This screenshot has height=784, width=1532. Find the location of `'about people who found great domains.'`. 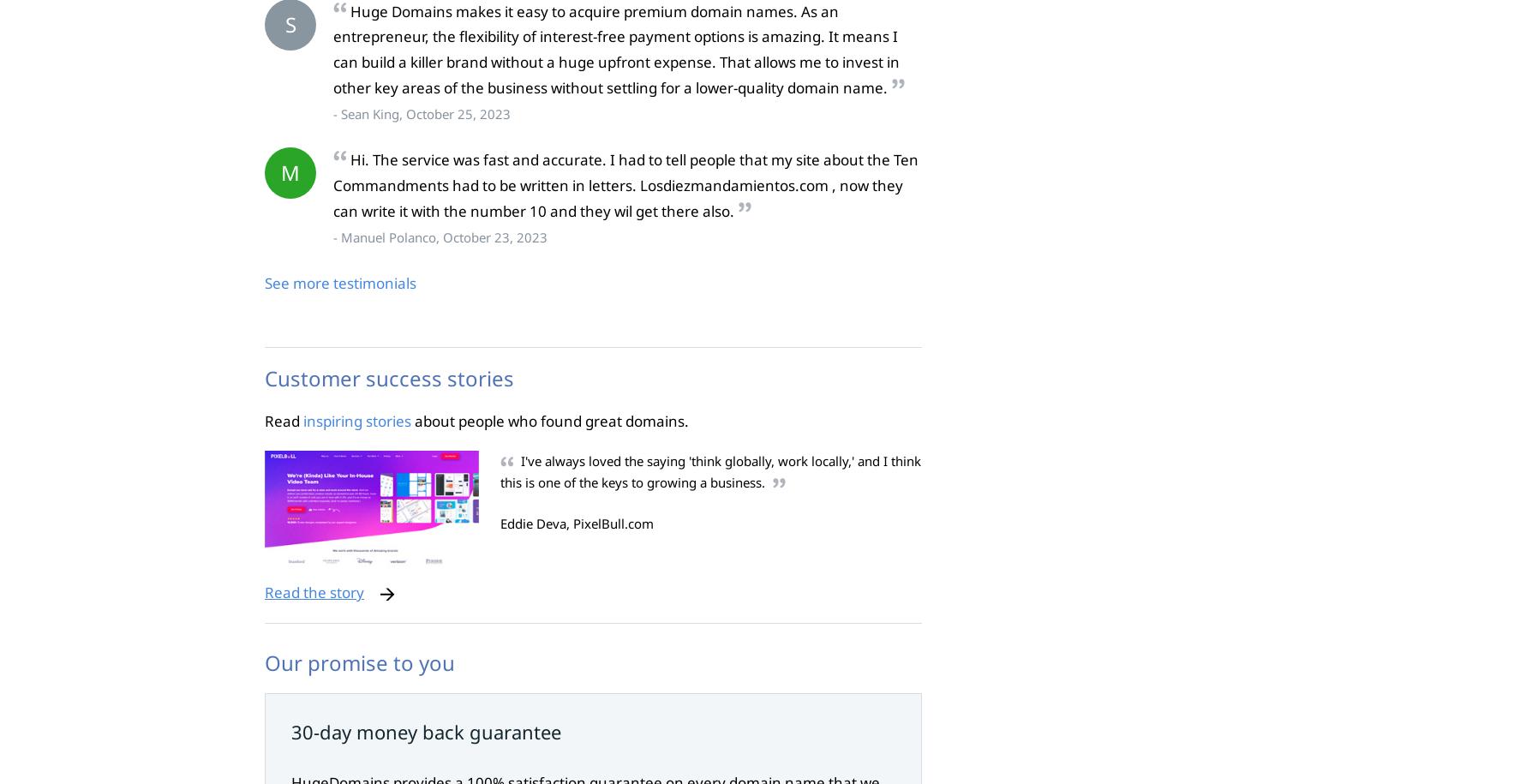

'about people who found great domains.' is located at coordinates (550, 419).